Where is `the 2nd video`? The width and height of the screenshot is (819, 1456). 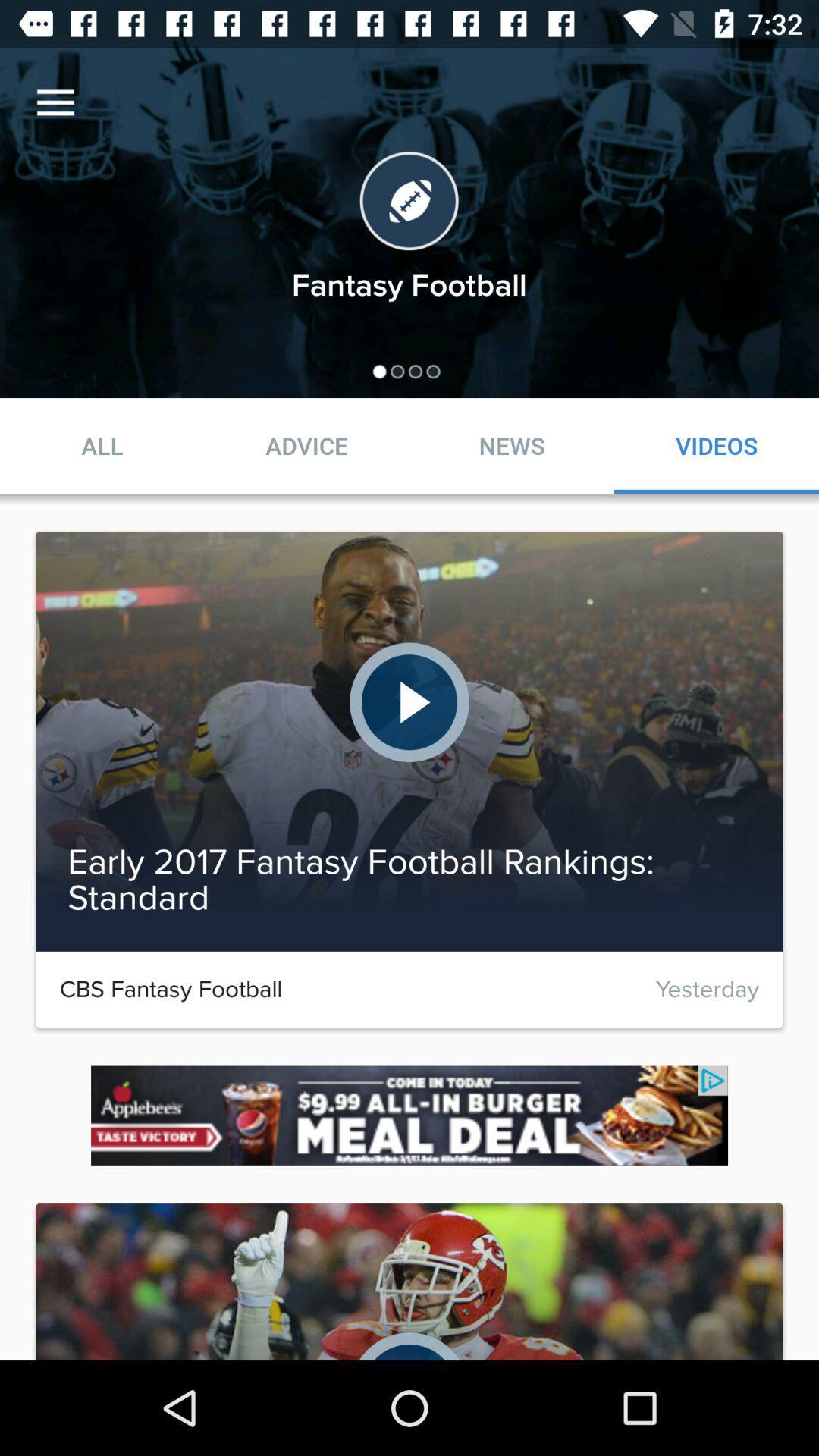
the 2nd video is located at coordinates (409, 742).